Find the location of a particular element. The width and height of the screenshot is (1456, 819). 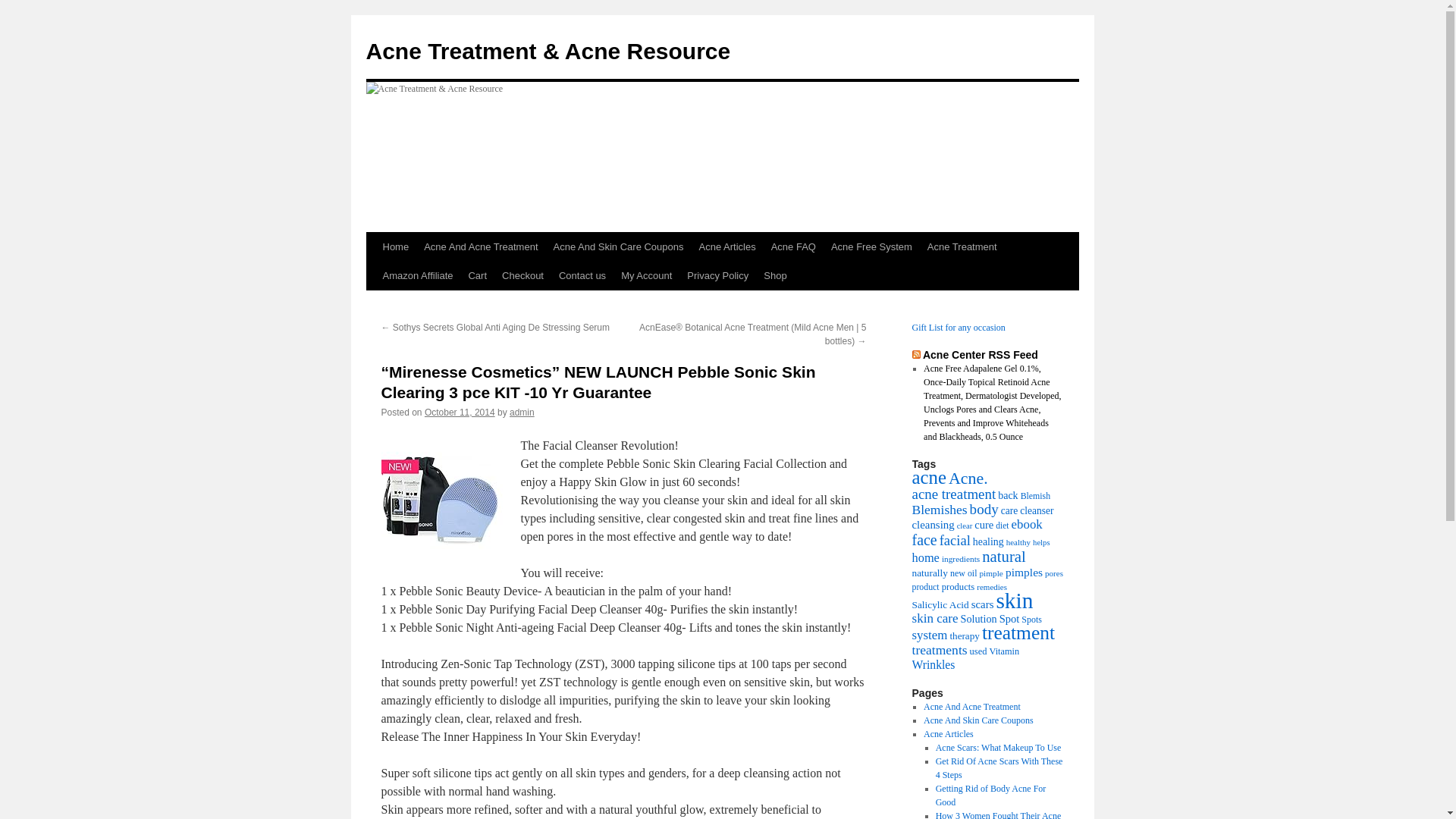

'Getting Rid of Body Acne For Good' is located at coordinates (934, 795).